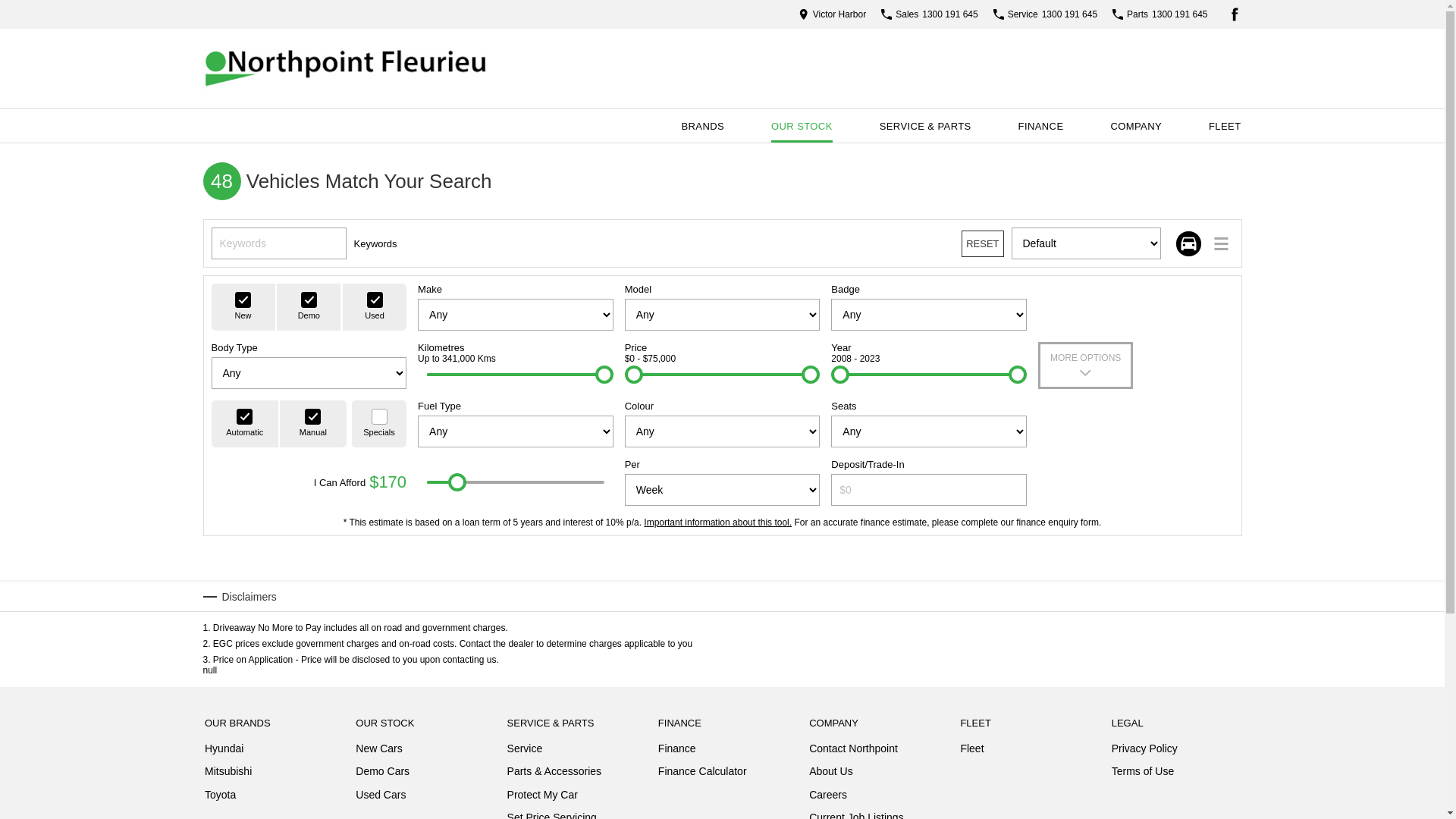 The height and width of the screenshot is (819, 1456). Describe the element at coordinates (924, 124) in the screenshot. I see `'SERVICE & PARTS'` at that location.